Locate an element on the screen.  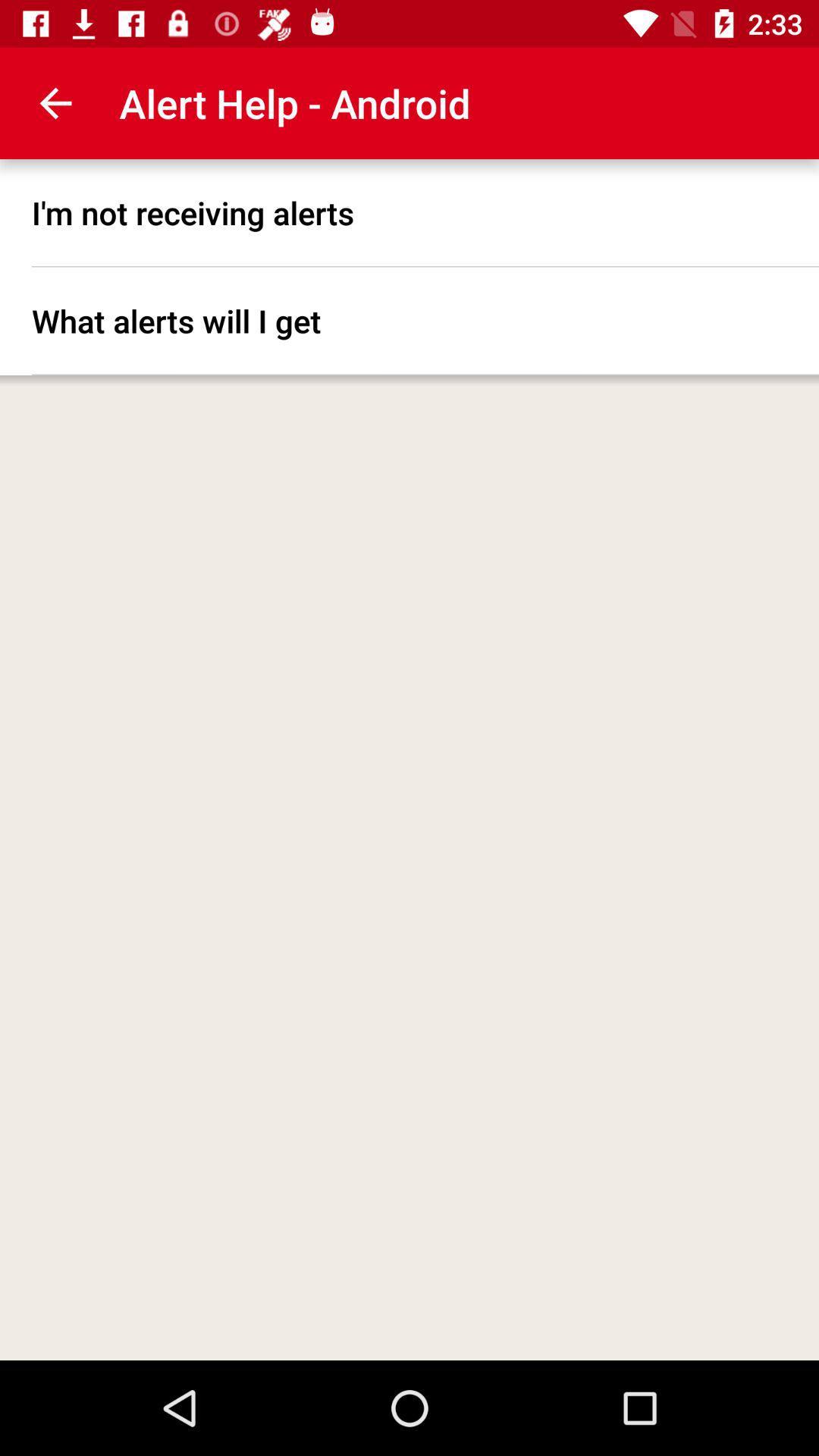
app to the left of the alert help - android item is located at coordinates (55, 102).